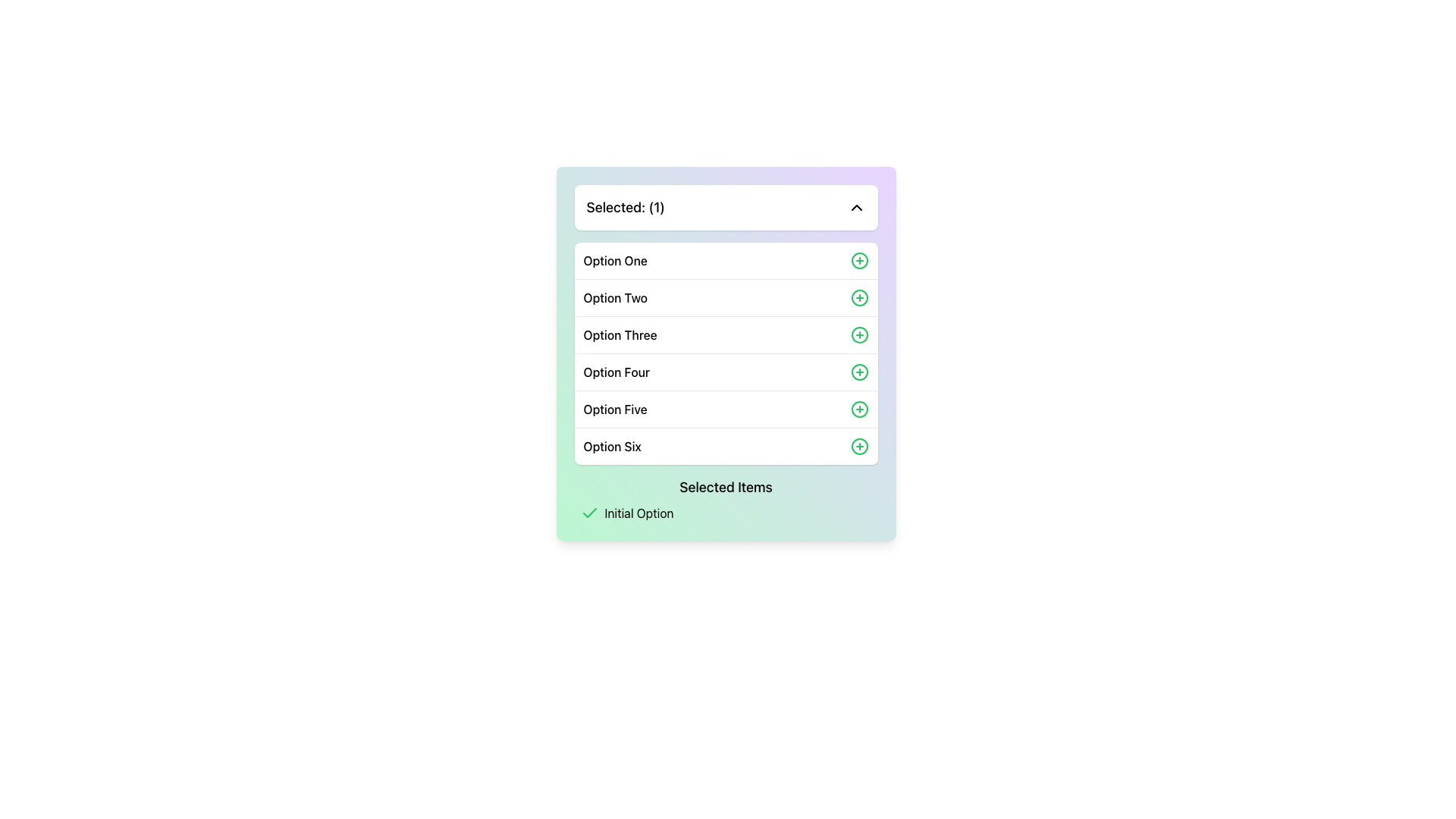  Describe the element at coordinates (615, 298) in the screenshot. I see `the text label 'Option Two' displayed in the selection list, which is the second item under the header 'Selected: (1)'` at that location.